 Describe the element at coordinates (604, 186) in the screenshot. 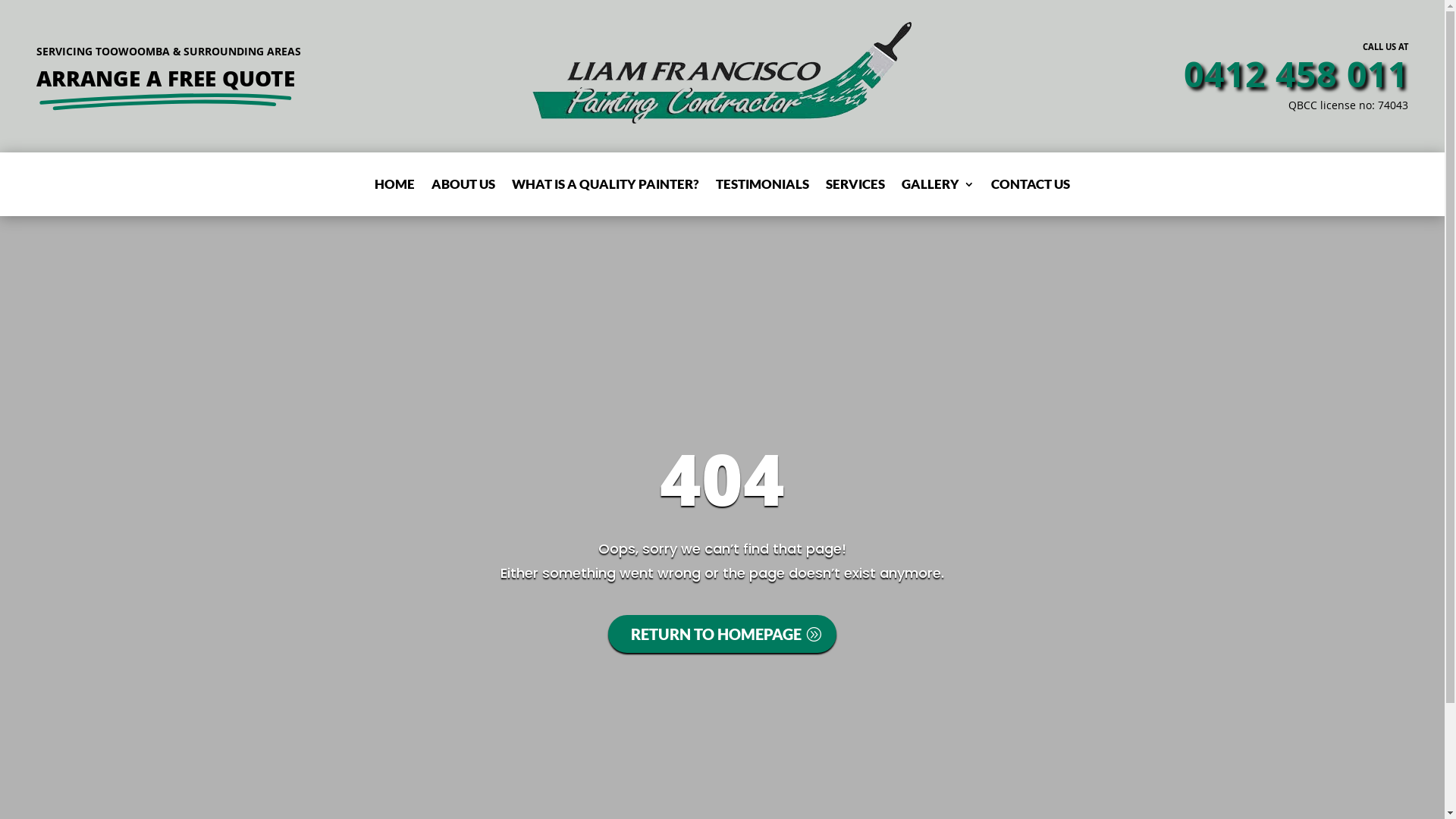

I see `'WHAT IS A QUALITY PAINTER?'` at that location.